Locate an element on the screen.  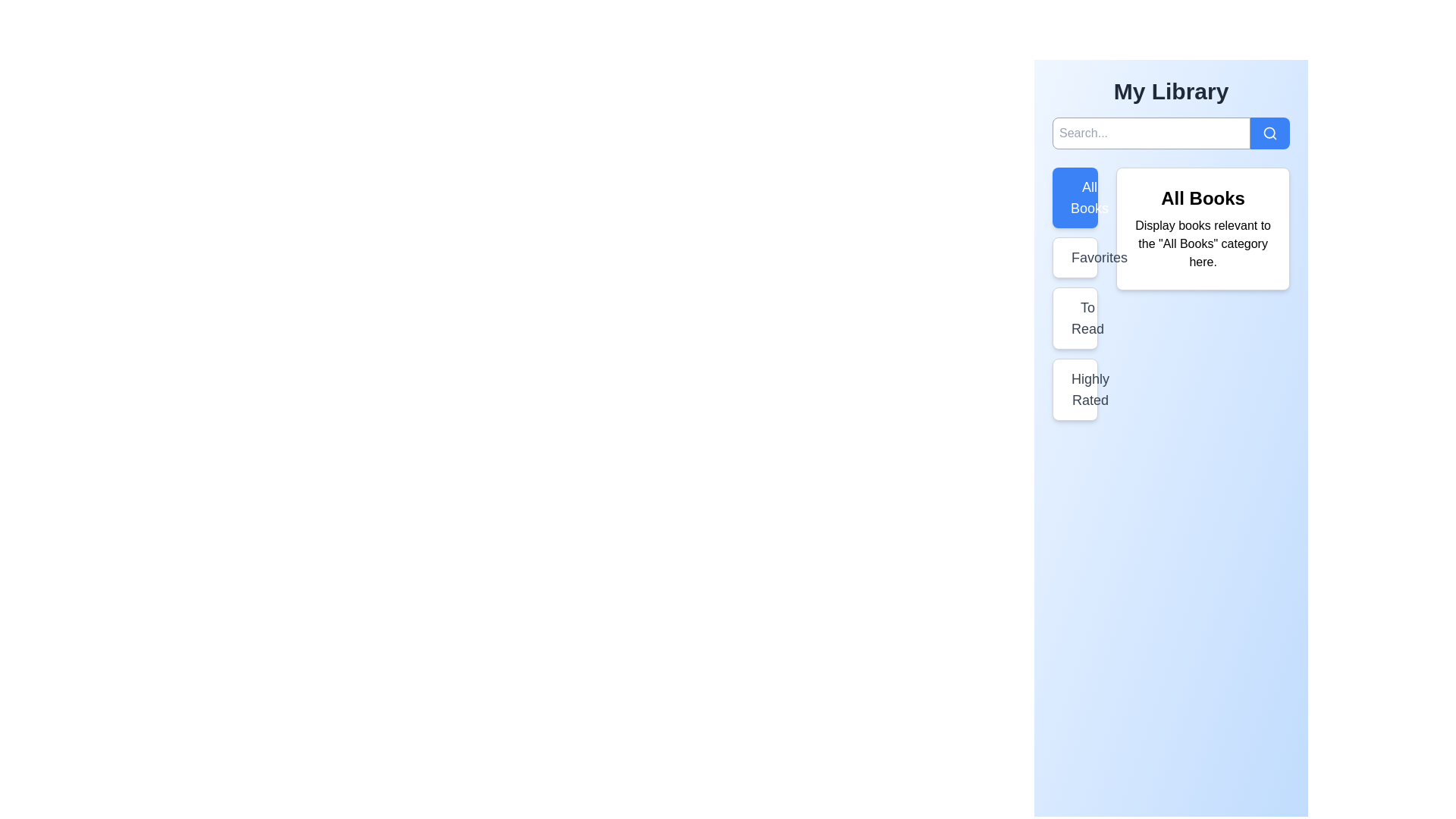
the 'To Read' button located below the 'Favorites' button and above the 'Highly Rated' button in the navigational menu under 'My Library' is located at coordinates (1075, 318).